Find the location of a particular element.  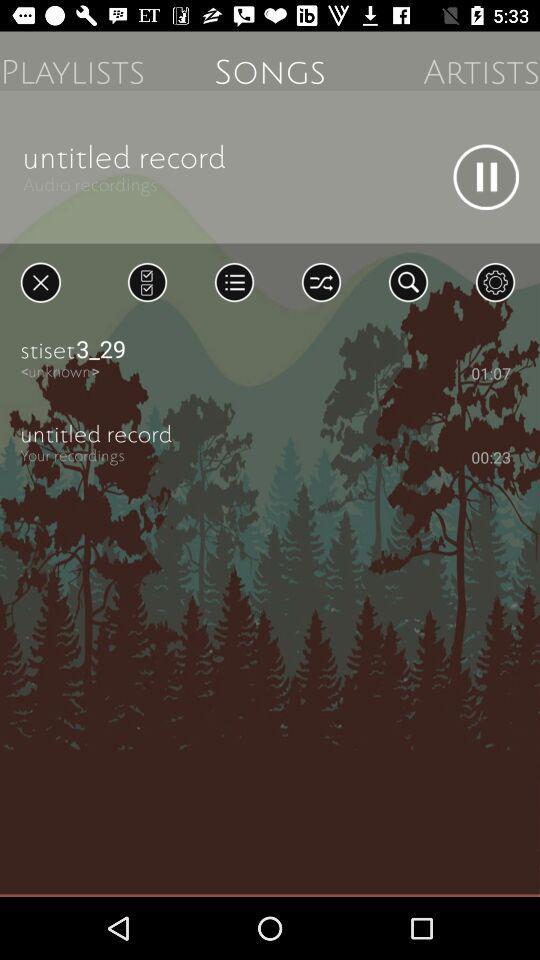

menu page is located at coordinates (146, 281).